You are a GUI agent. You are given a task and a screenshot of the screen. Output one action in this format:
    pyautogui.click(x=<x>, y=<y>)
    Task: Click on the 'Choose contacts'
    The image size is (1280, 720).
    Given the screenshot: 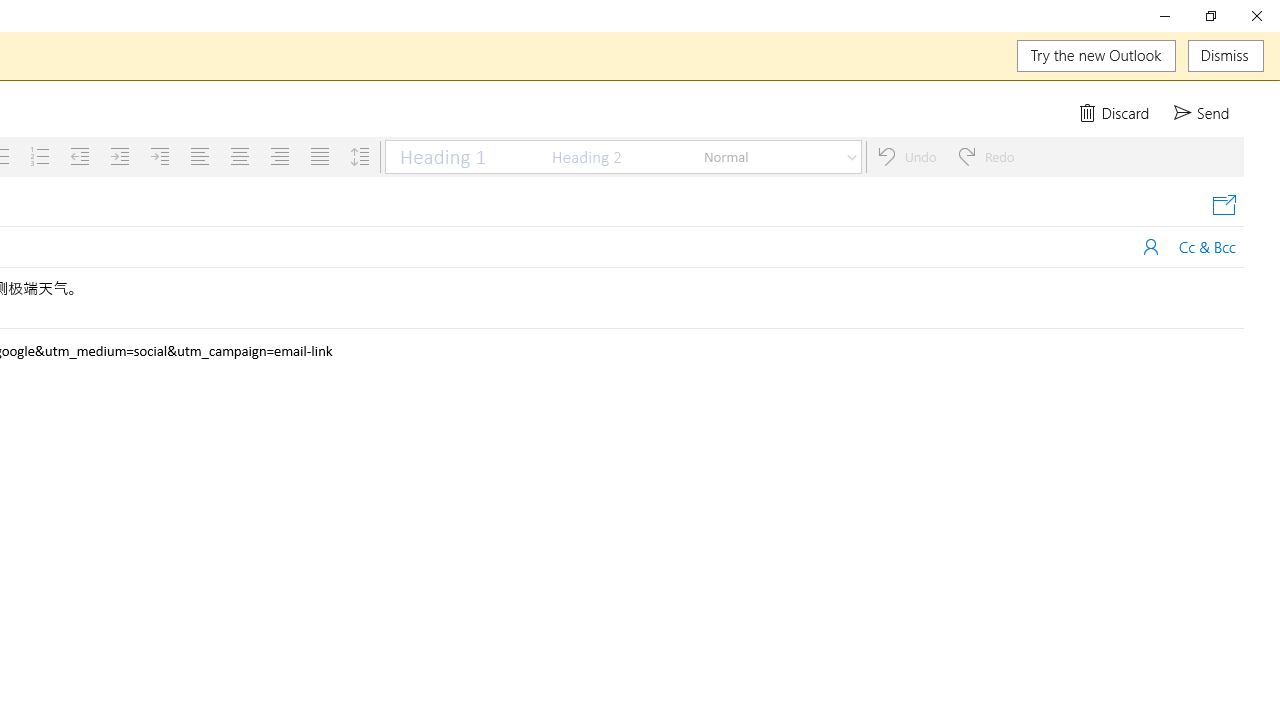 What is the action you would take?
    pyautogui.click(x=1151, y=245)
    